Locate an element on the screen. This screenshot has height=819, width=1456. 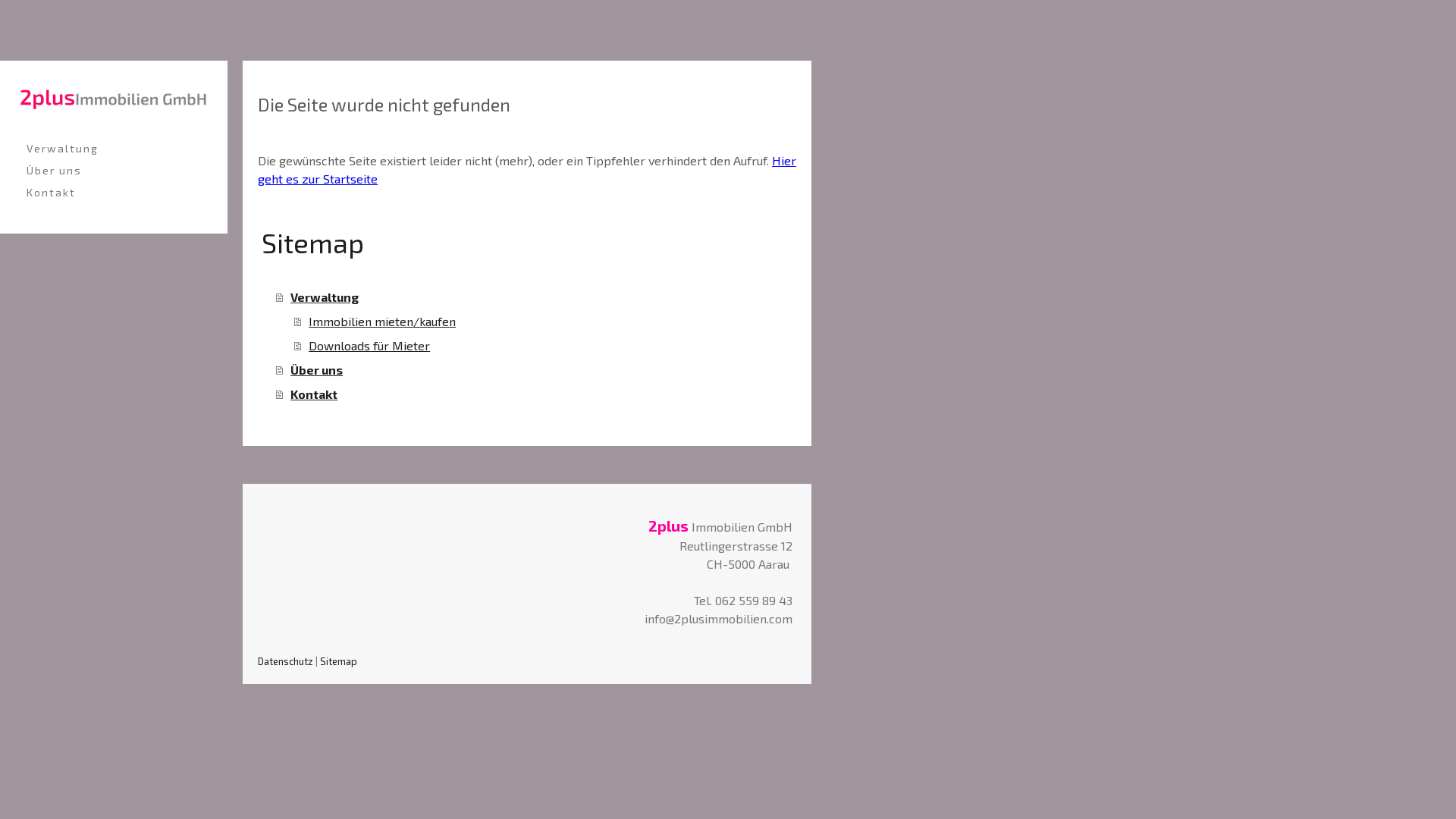
'Kontakt' is located at coordinates (112, 191).